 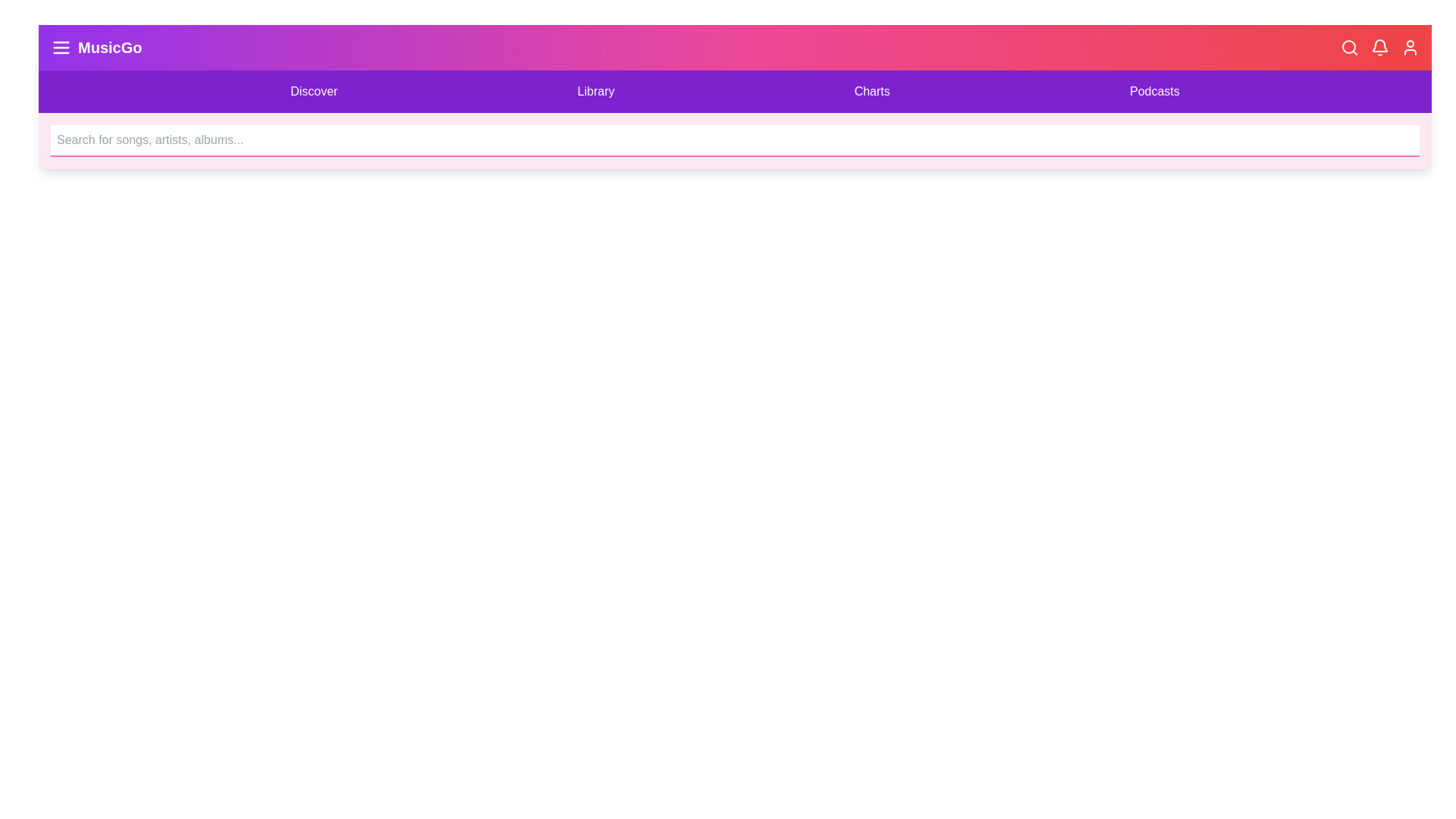 I want to click on the 'User' icon at the top-right corner to open the user profile or settings, so click(x=1410, y=46).